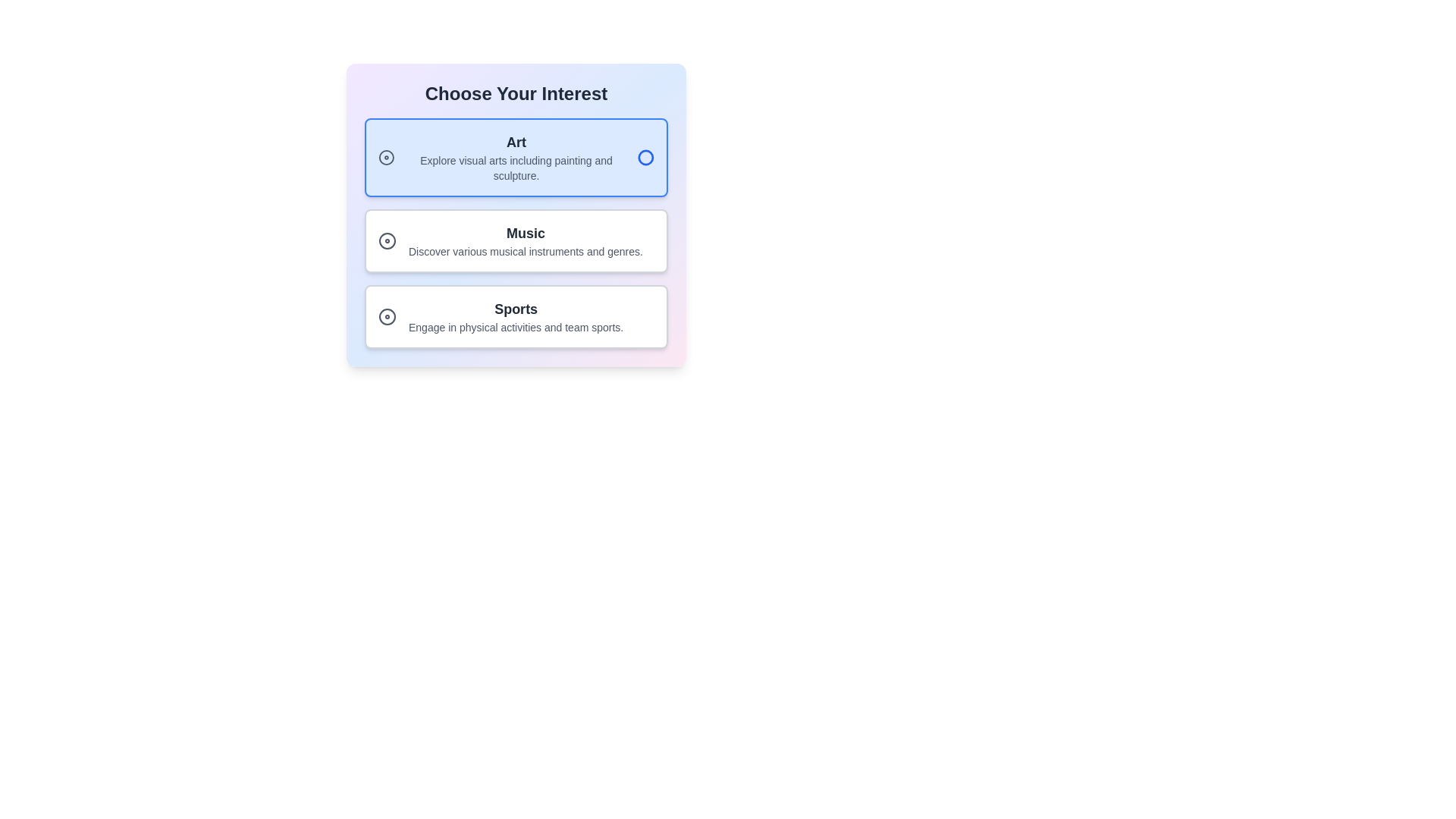 The height and width of the screenshot is (819, 1456). What do you see at coordinates (386, 158) in the screenshot?
I see `the 'Art' selection option icon located to the far left of the text 'Explore visual arts including painting and sculpture.'` at bounding box center [386, 158].